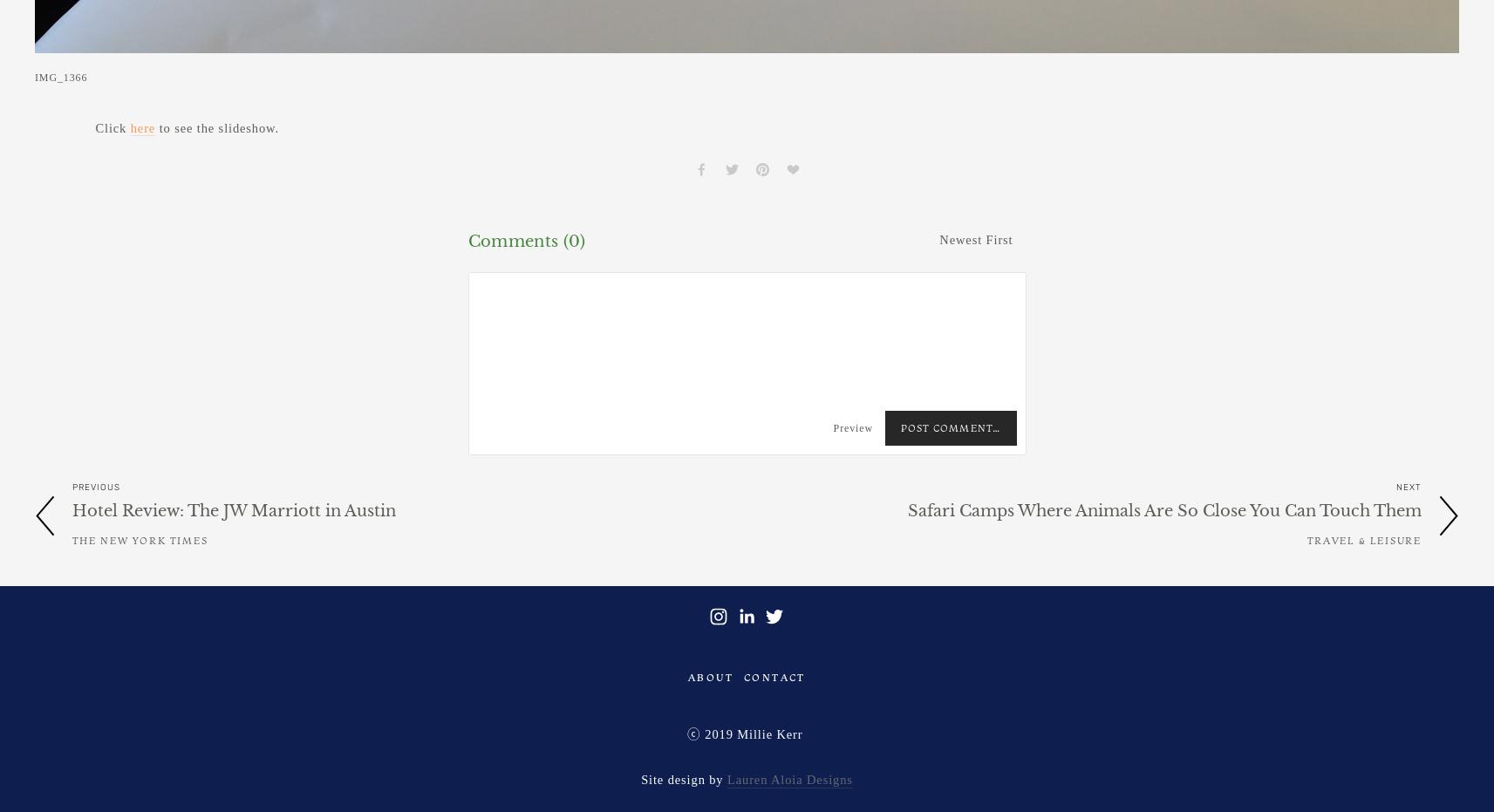 Image resolution: width=1494 pixels, height=812 pixels. What do you see at coordinates (526, 240) in the screenshot?
I see `'Comments (0)'` at bounding box center [526, 240].